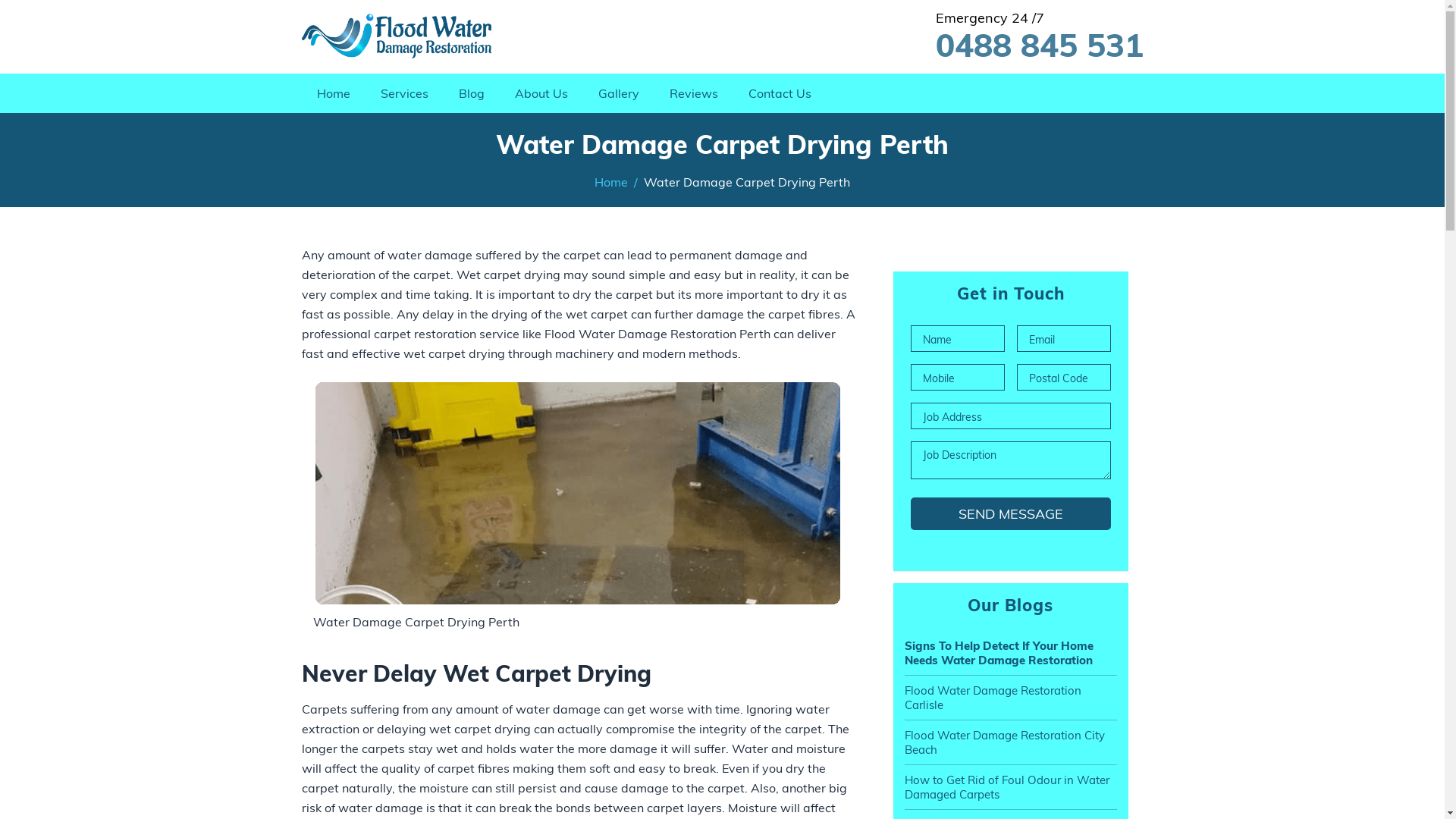 The height and width of the screenshot is (819, 1456). Describe the element at coordinates (404, 93) in the screenshot. I see `'Services'` at that location.